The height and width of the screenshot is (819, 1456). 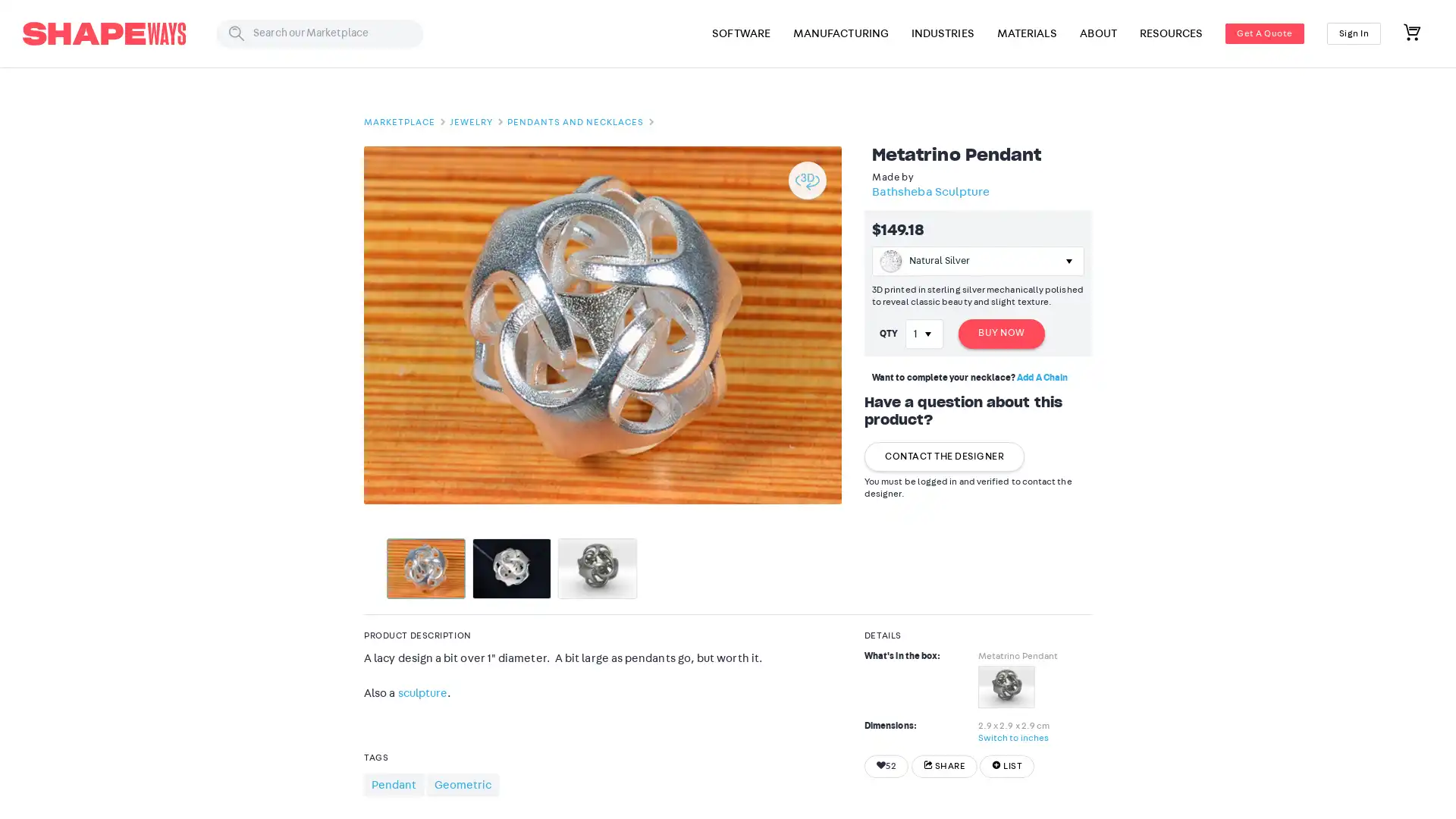 I want to click on BUY NOW, so click(x=1001, y=333).